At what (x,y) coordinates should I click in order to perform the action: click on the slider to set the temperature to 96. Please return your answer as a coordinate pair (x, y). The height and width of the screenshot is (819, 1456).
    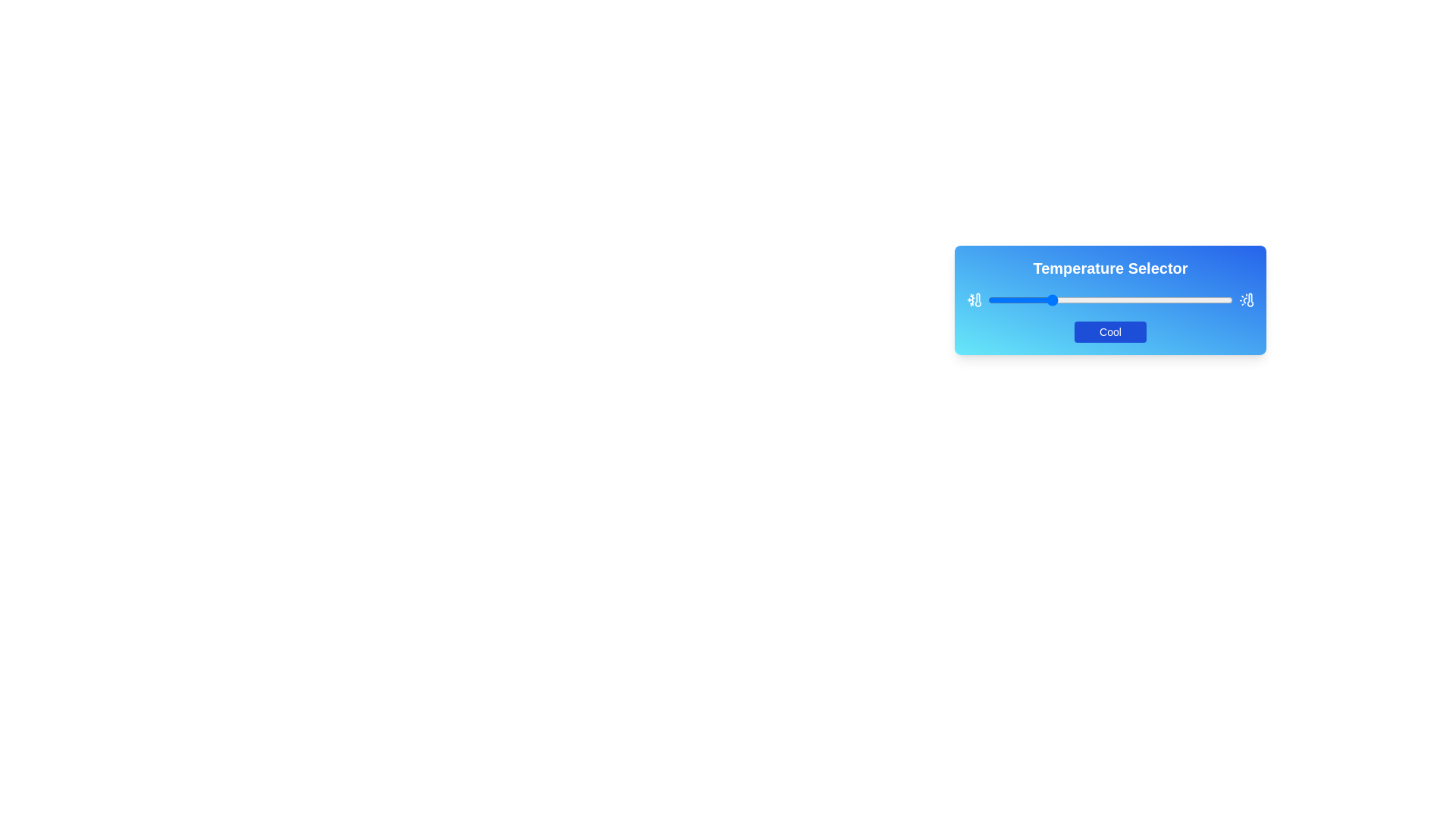
    Looking at the image, I should click on (1222, 300).